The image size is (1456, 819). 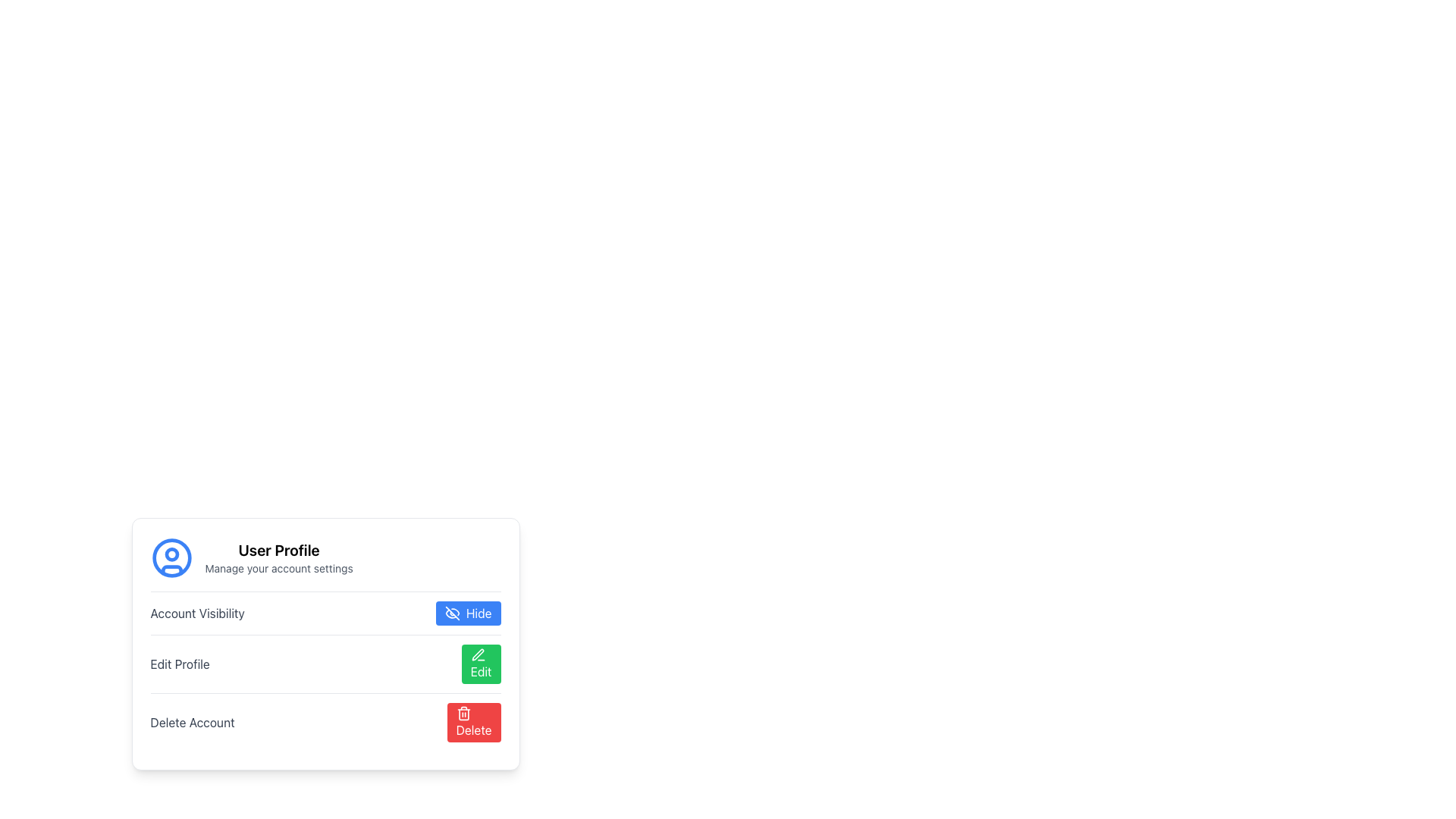 What do you see at coordinates (279, 568) in the screenshot?
I see `the text label 'Manage your account settings' which is located beneath the 'User Profile' heading` at bounding box center [279, 568].